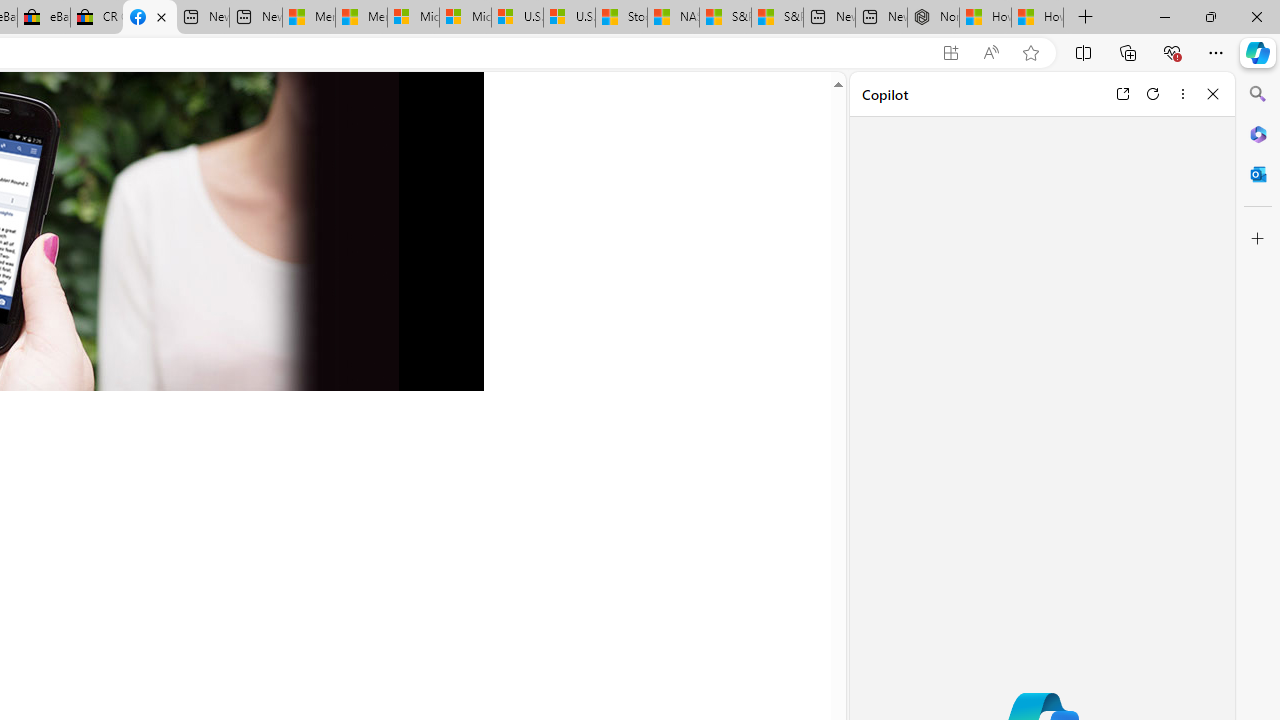 This screenshot has height=720, width=1280. Describe the element at coordinates (950, 52) in the screenshot. I see `'App available. Install Facebook'` at that location.